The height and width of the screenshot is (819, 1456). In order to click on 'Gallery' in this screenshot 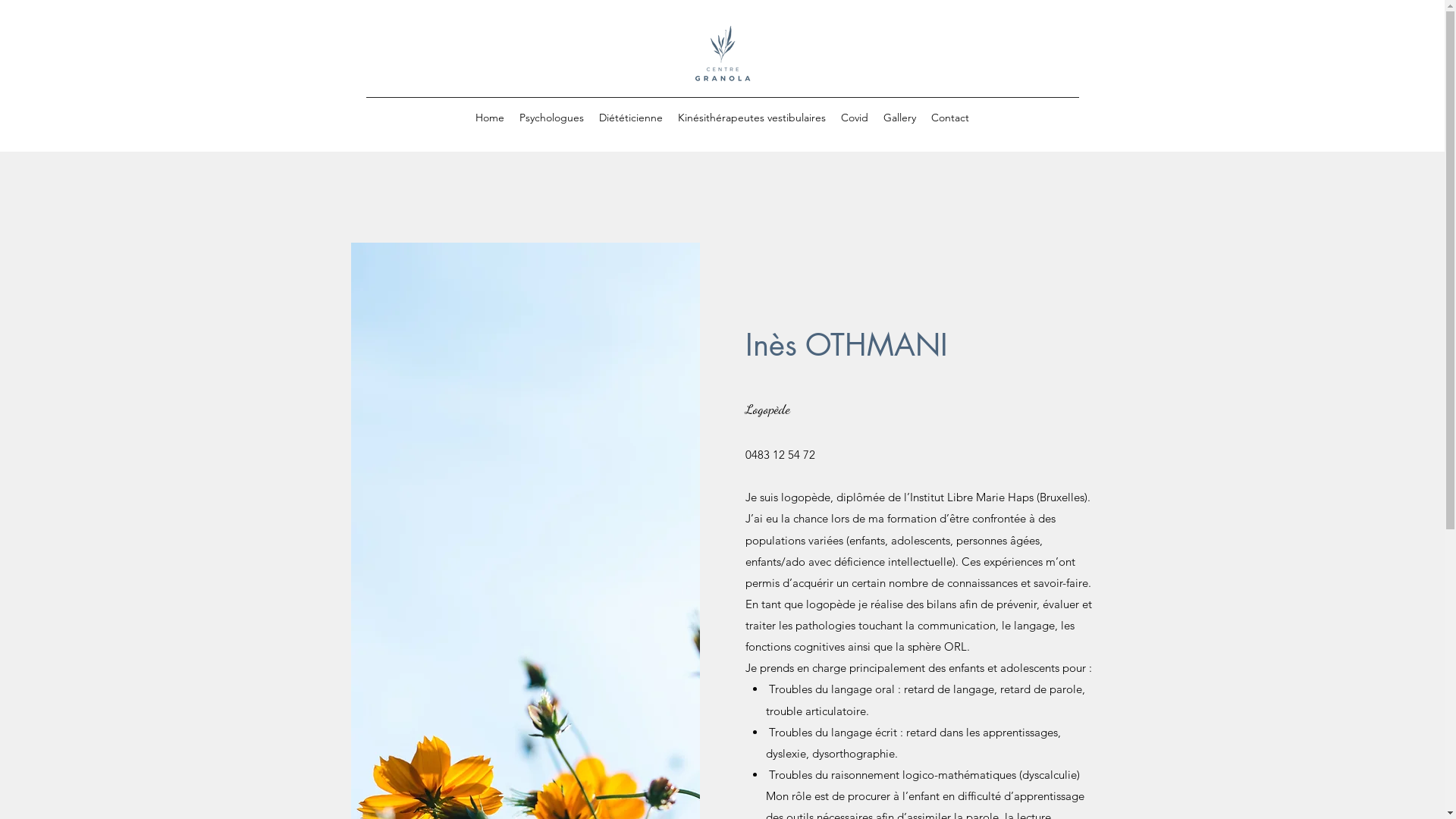, I will do `click(876, 116)`.